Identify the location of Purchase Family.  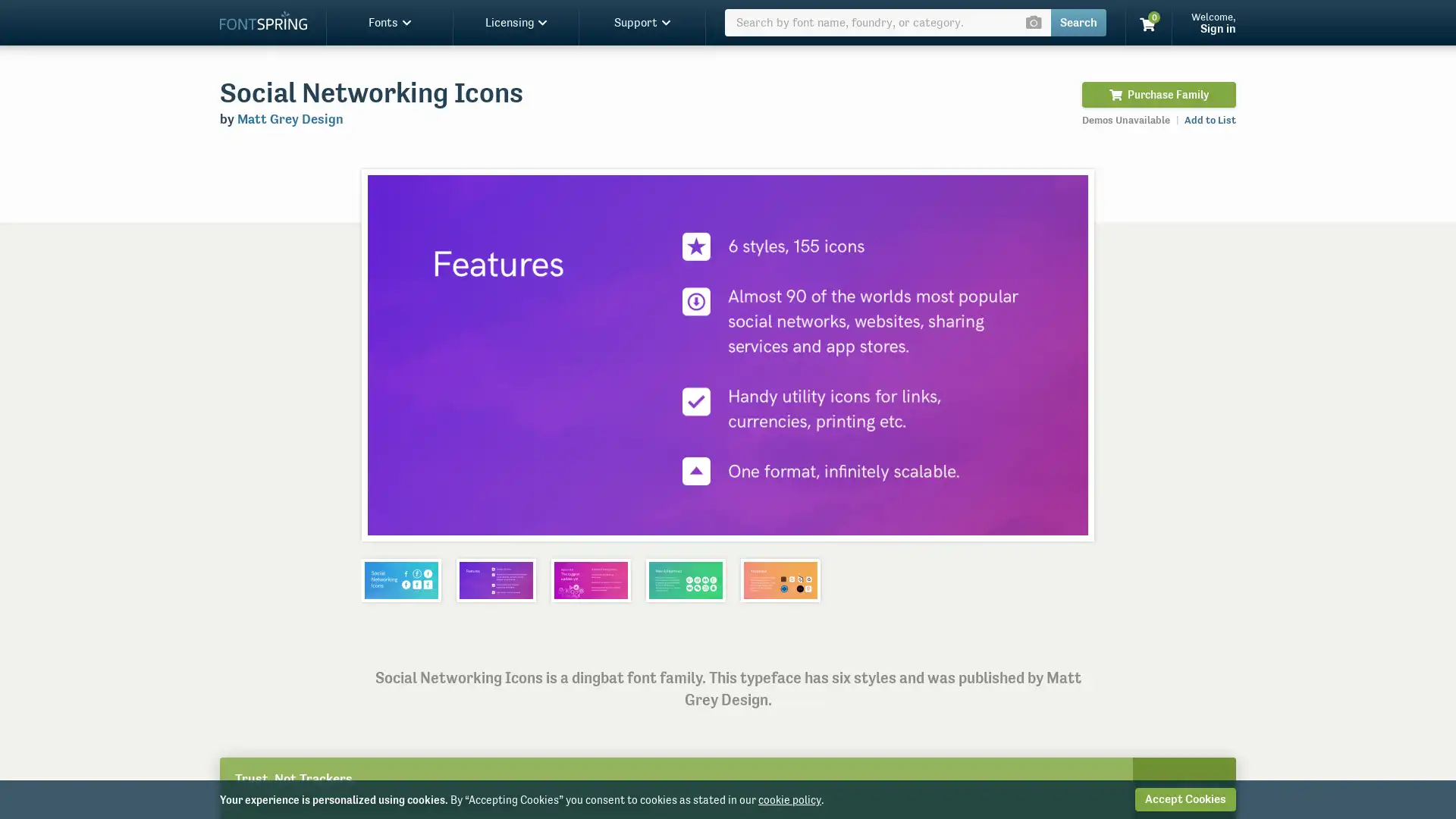
(1158, 94).